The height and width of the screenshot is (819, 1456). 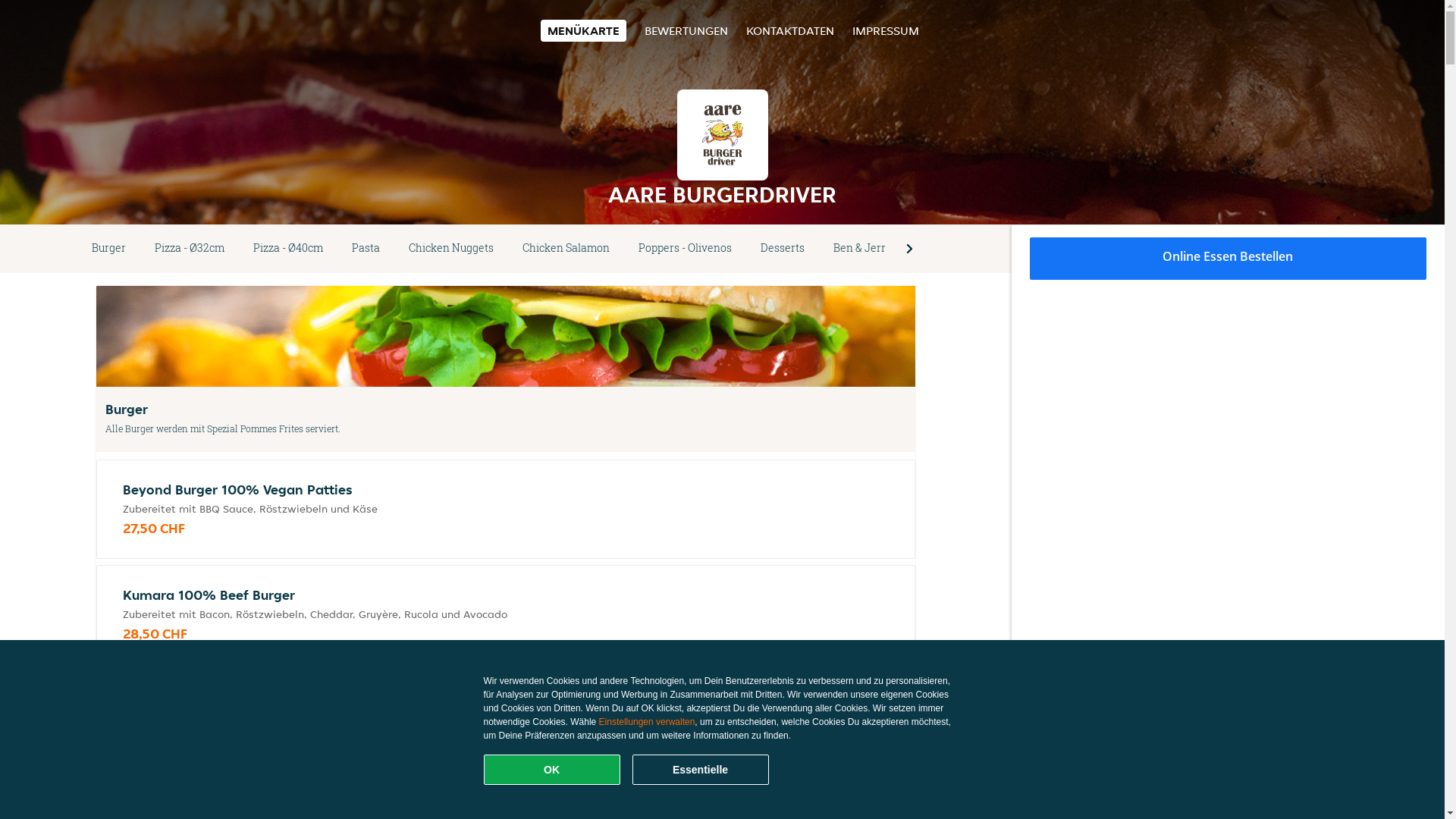 I want to click on 'IMPRESSUM', so click(x=885, y=30).